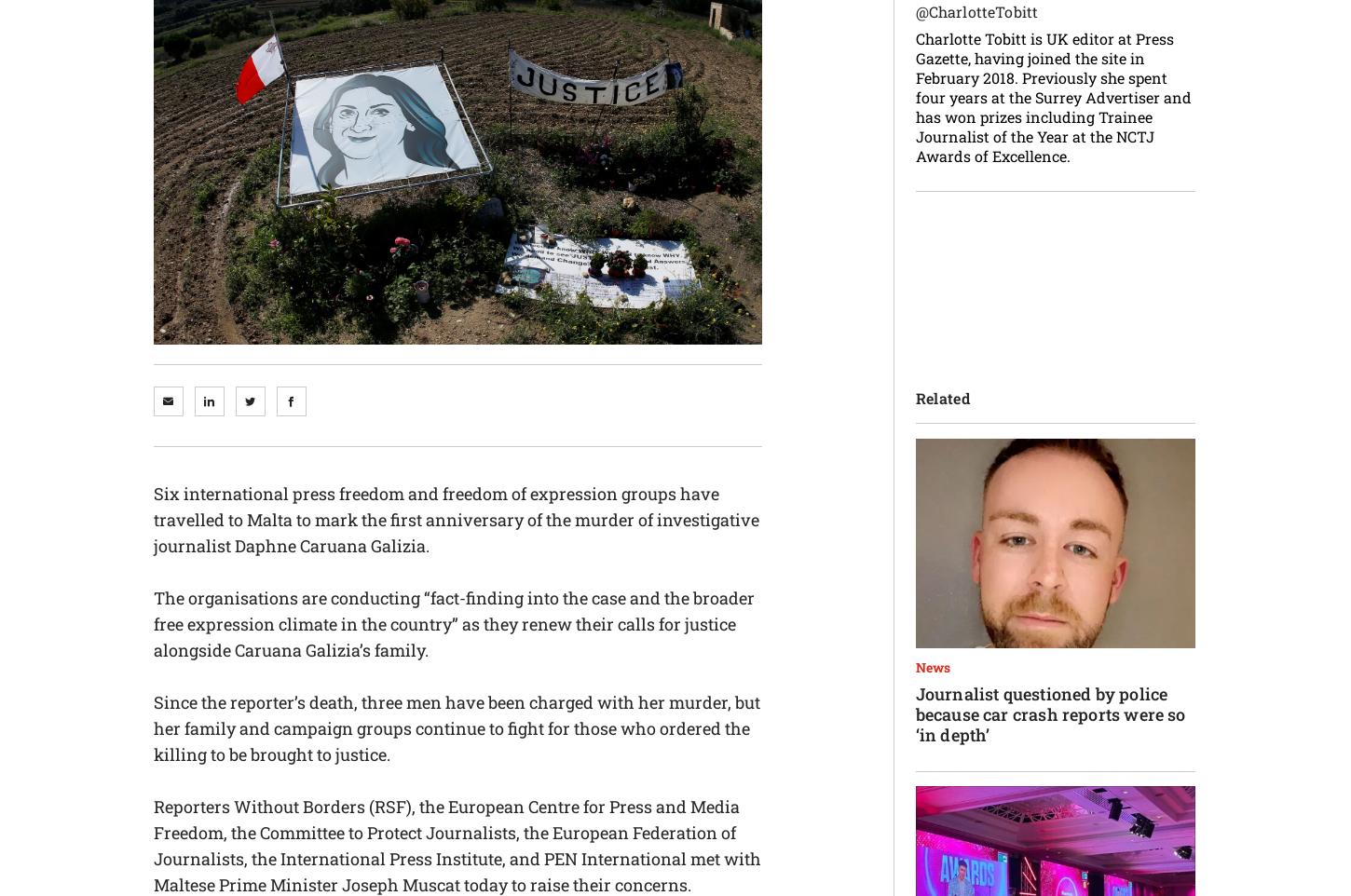 The image size is (1351, 896). Describe the element at coordinates (201, 115) in the screenshot. I see `'pged@pressgazette.co.uk'` at that location.